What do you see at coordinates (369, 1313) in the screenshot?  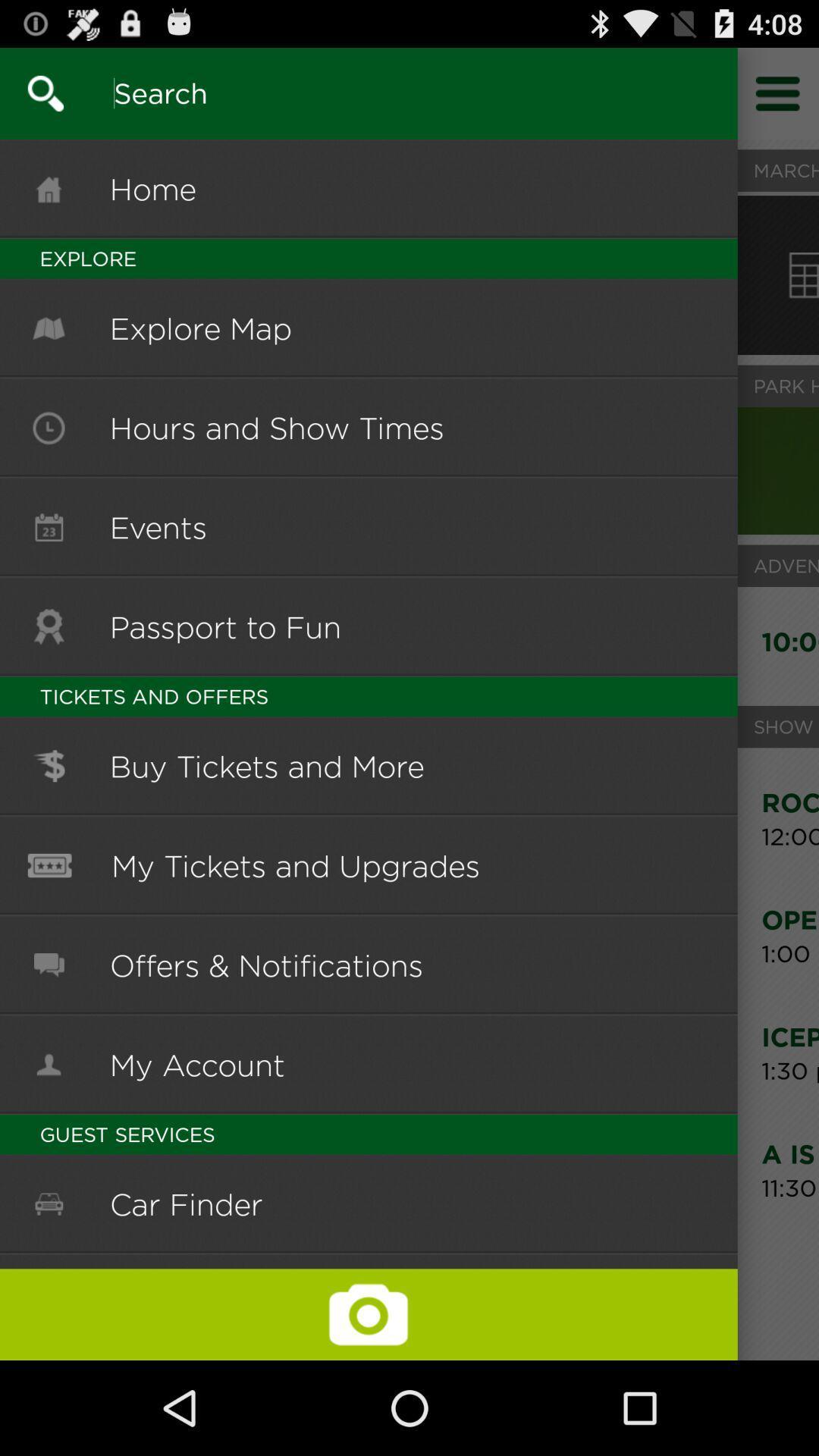 I see `the icon of camera below car finder` at bounding box center [369, 1313].